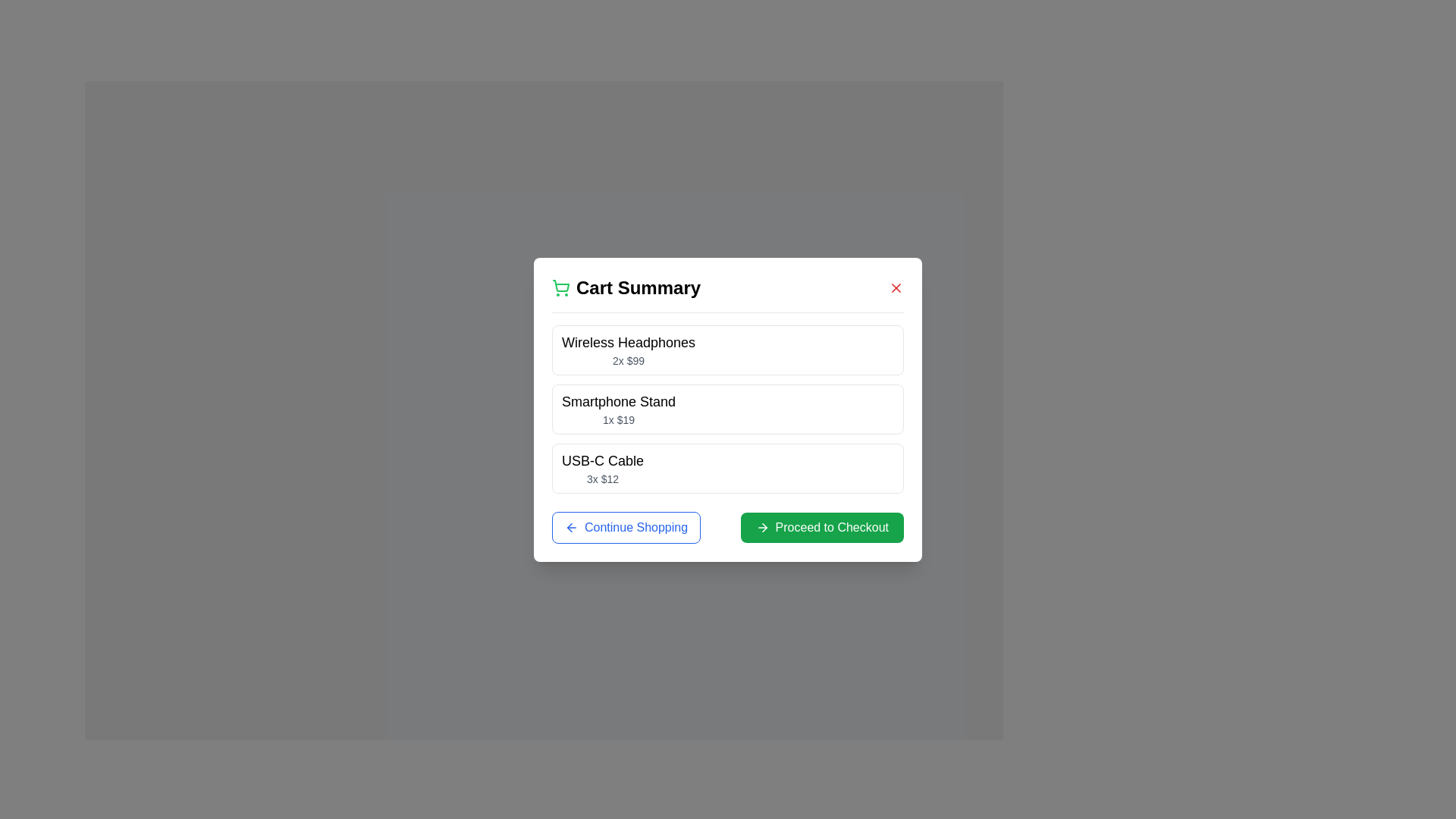 This screenshot has height=819, width=1456. What do you see at coordinates (619, 419) in the screenshot?
I see `the static text label displaying '1x $19', which is located beneath the 'Smartphone Stand' label in the cart summary popup` at bounding box center [619, 419].